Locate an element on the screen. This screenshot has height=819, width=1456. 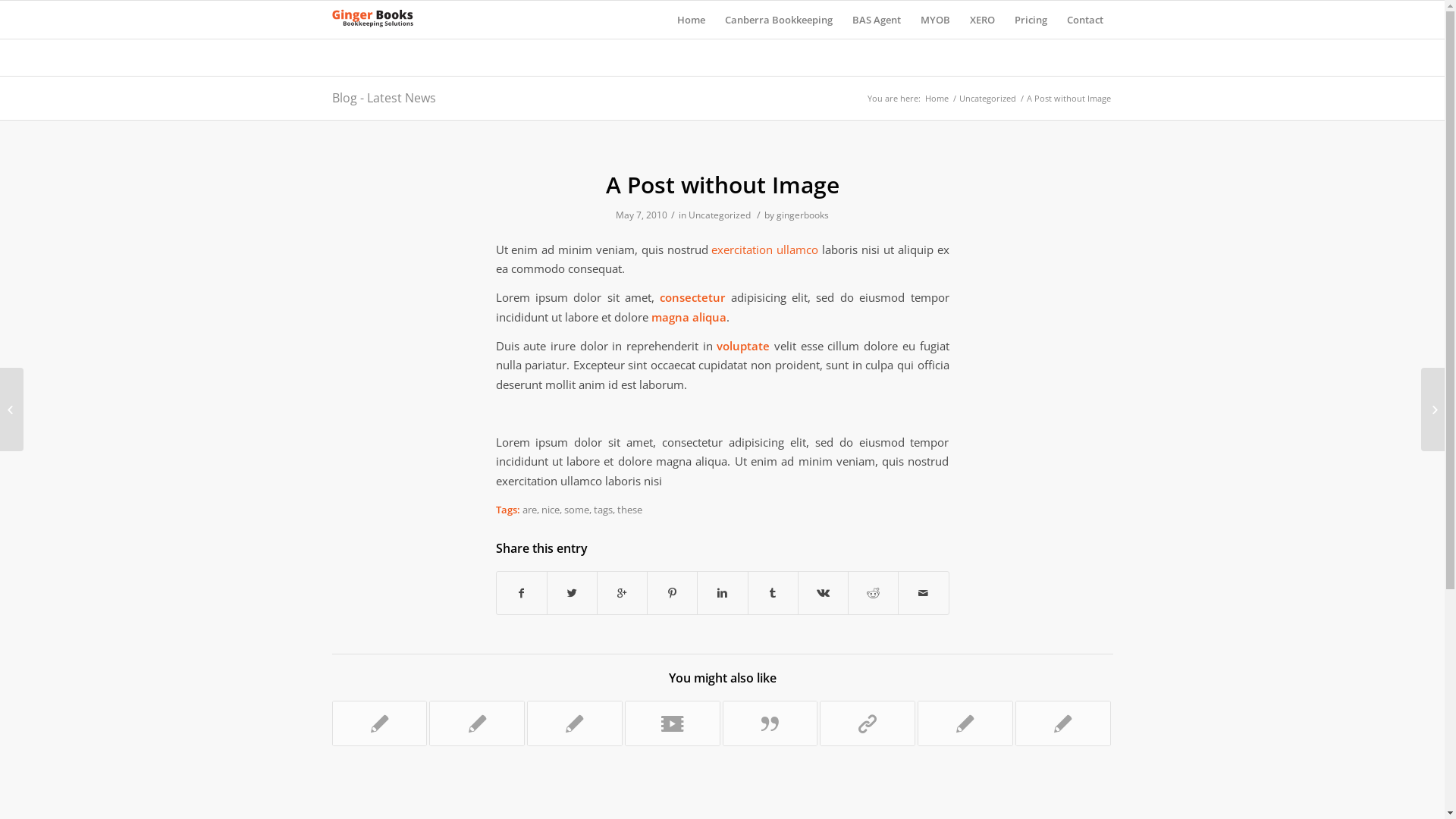
'exercitation ullamco' is located at coordinates (764, 248).